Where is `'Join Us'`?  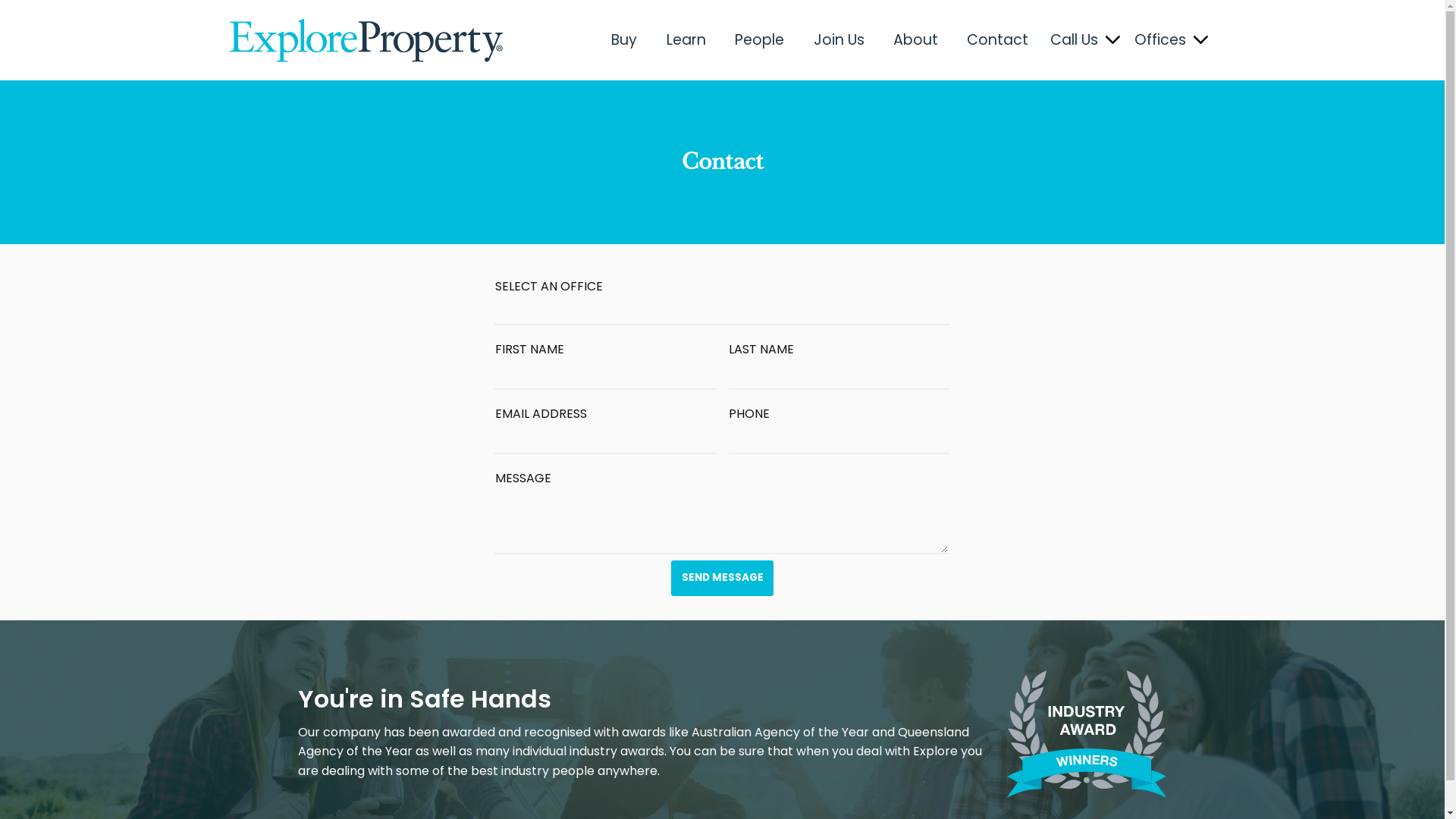
'Join Us' is located at coordinates (797, 39).